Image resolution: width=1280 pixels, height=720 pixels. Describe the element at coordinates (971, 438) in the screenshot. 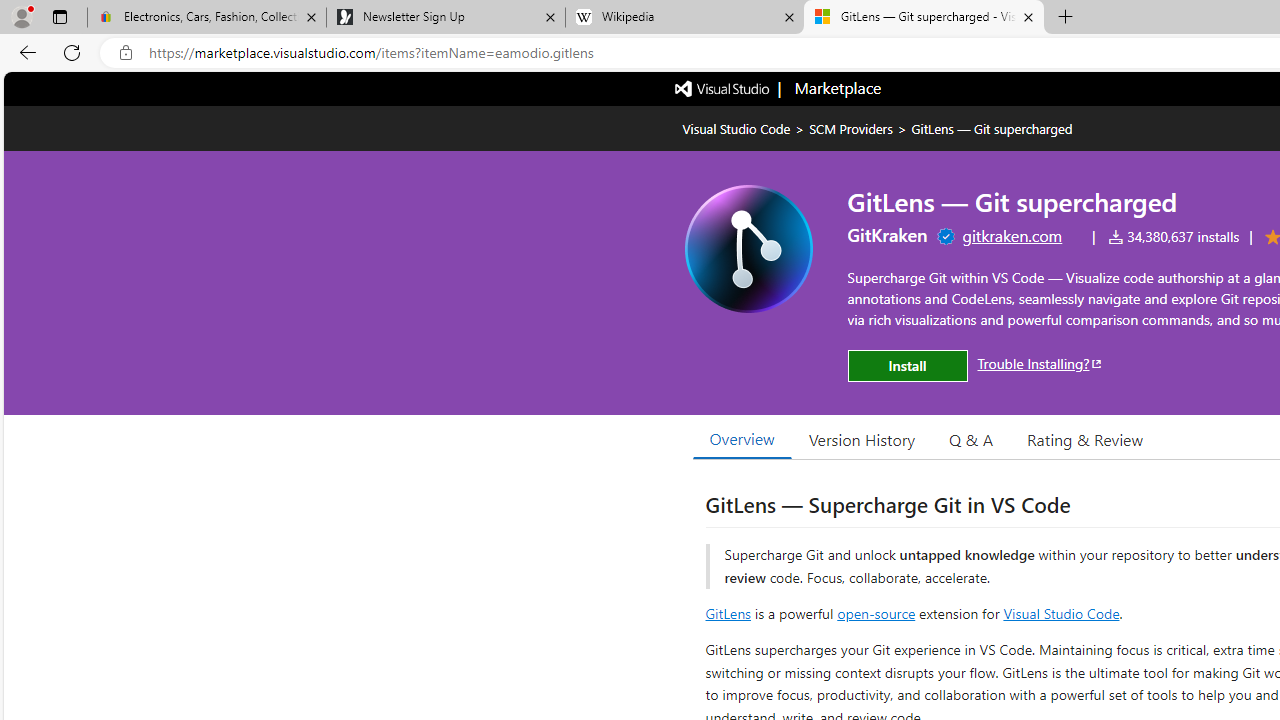

I see `'Q & A'` at that location.